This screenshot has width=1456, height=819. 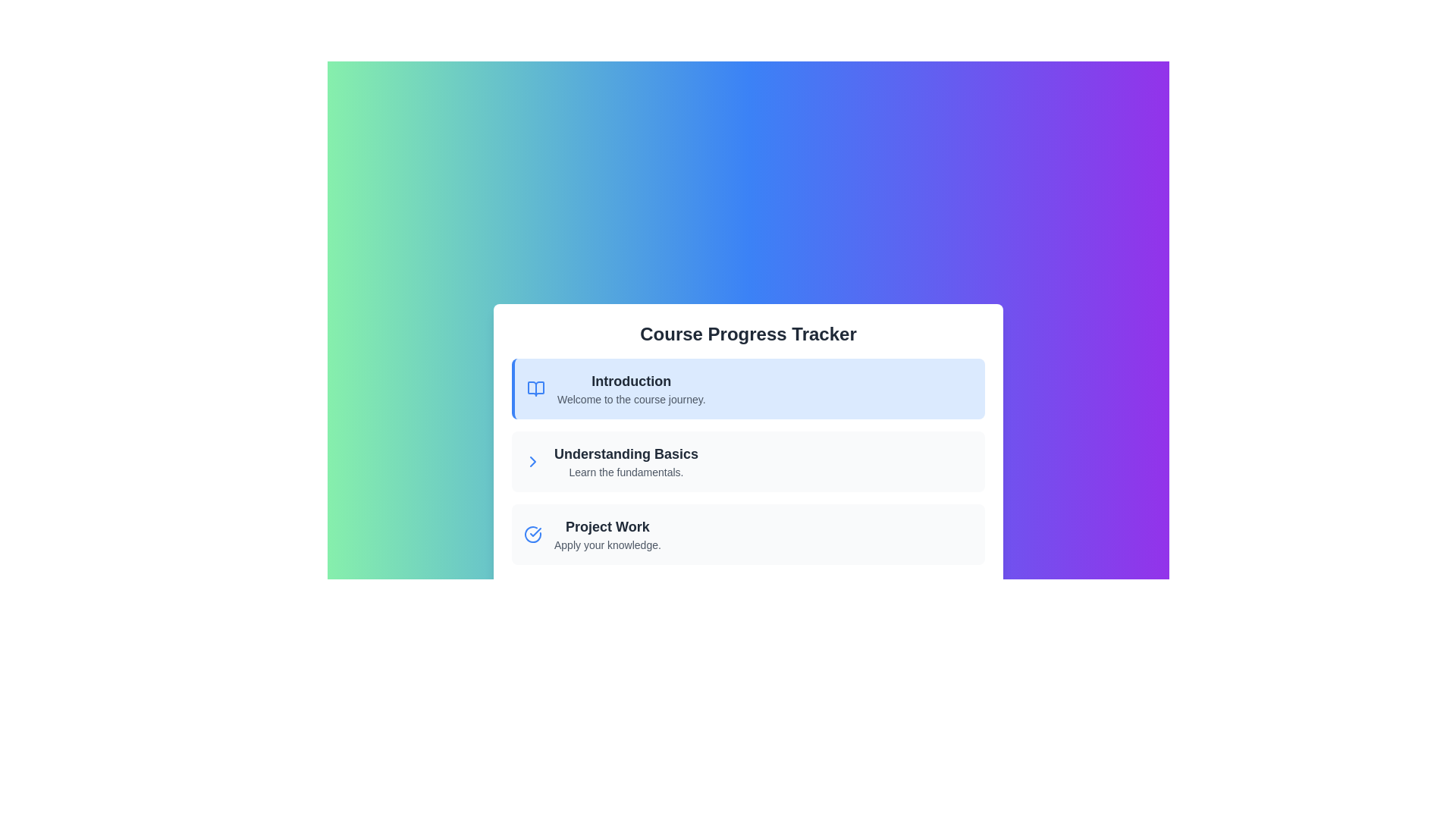 I want to click on the presence of the checkmark-shaped icon within the circular icon located at the bottom-left corner of the 'Project Work' section in the course progress tracker, so click(x=535, y=532).